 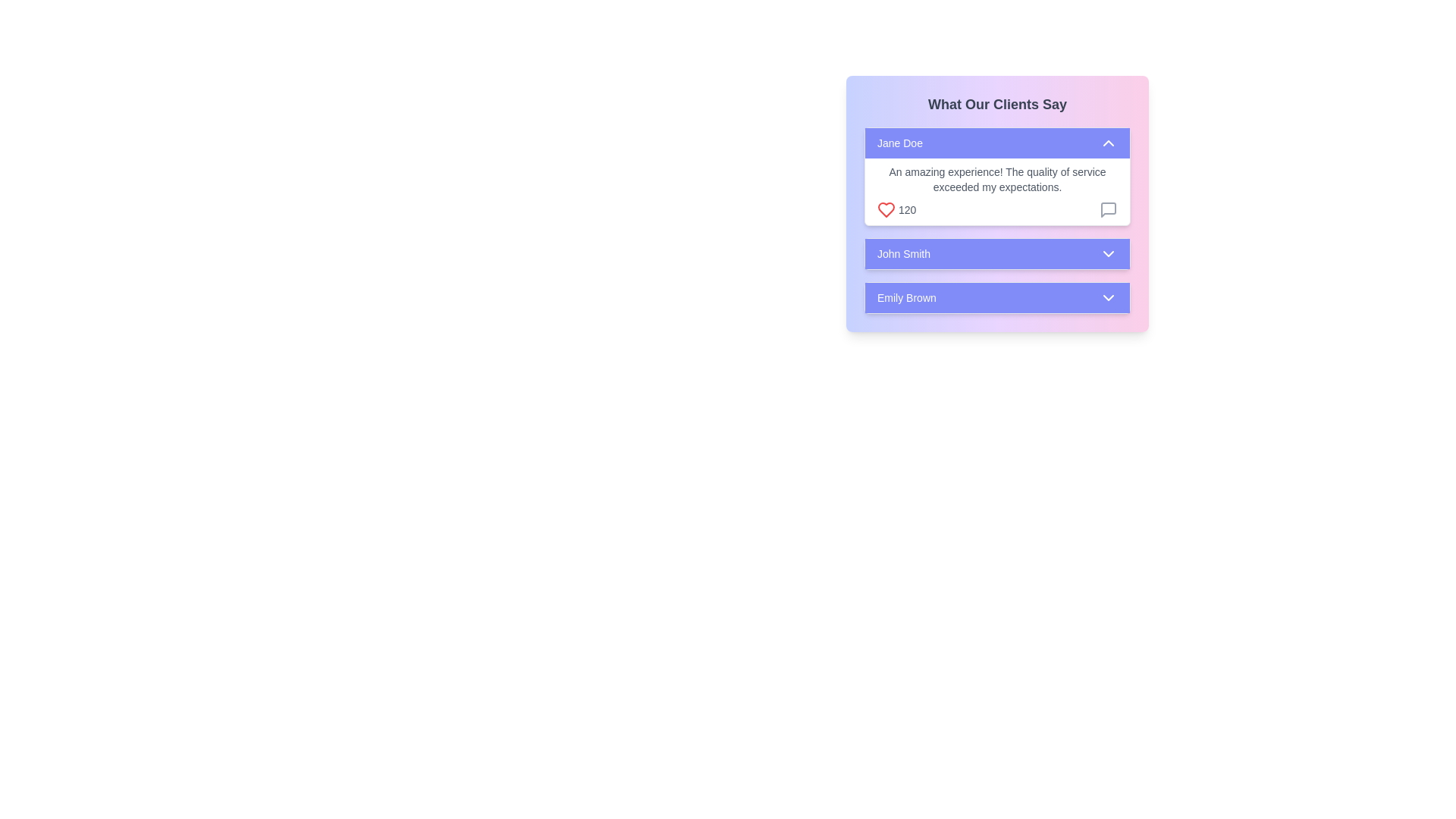 I want to click on numerical value '120' displayed to the immediate right of the heart icon in the 'What Our Clients Say' section, so click(x=907, y=210).